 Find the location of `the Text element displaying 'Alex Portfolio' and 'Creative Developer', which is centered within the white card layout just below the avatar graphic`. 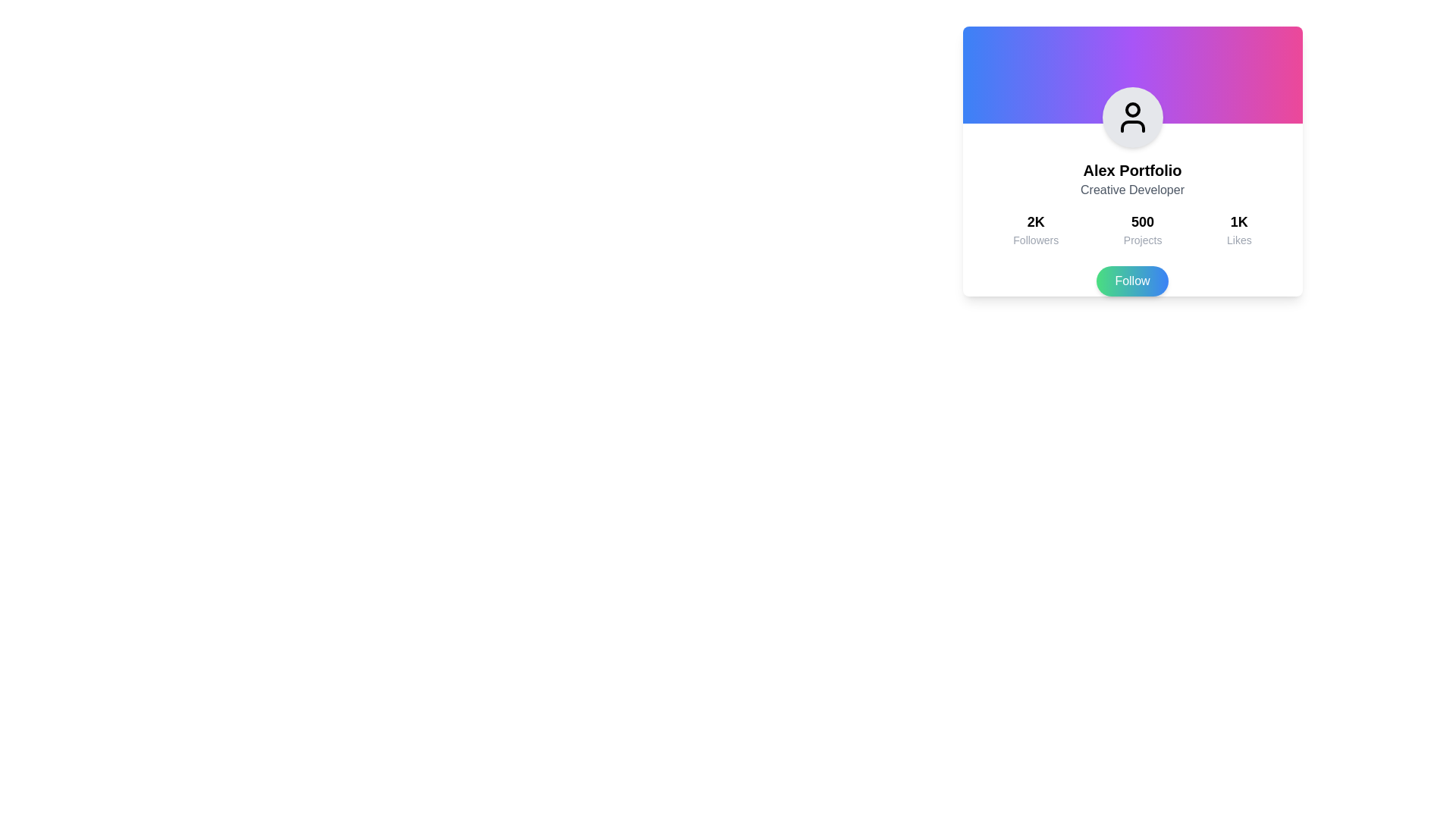

the Text element displaying 'Alex Portfolio' and 'Creative Developer', which is centered within the white card layout just below the avatar graphic is located at coordinates (1132, 178).